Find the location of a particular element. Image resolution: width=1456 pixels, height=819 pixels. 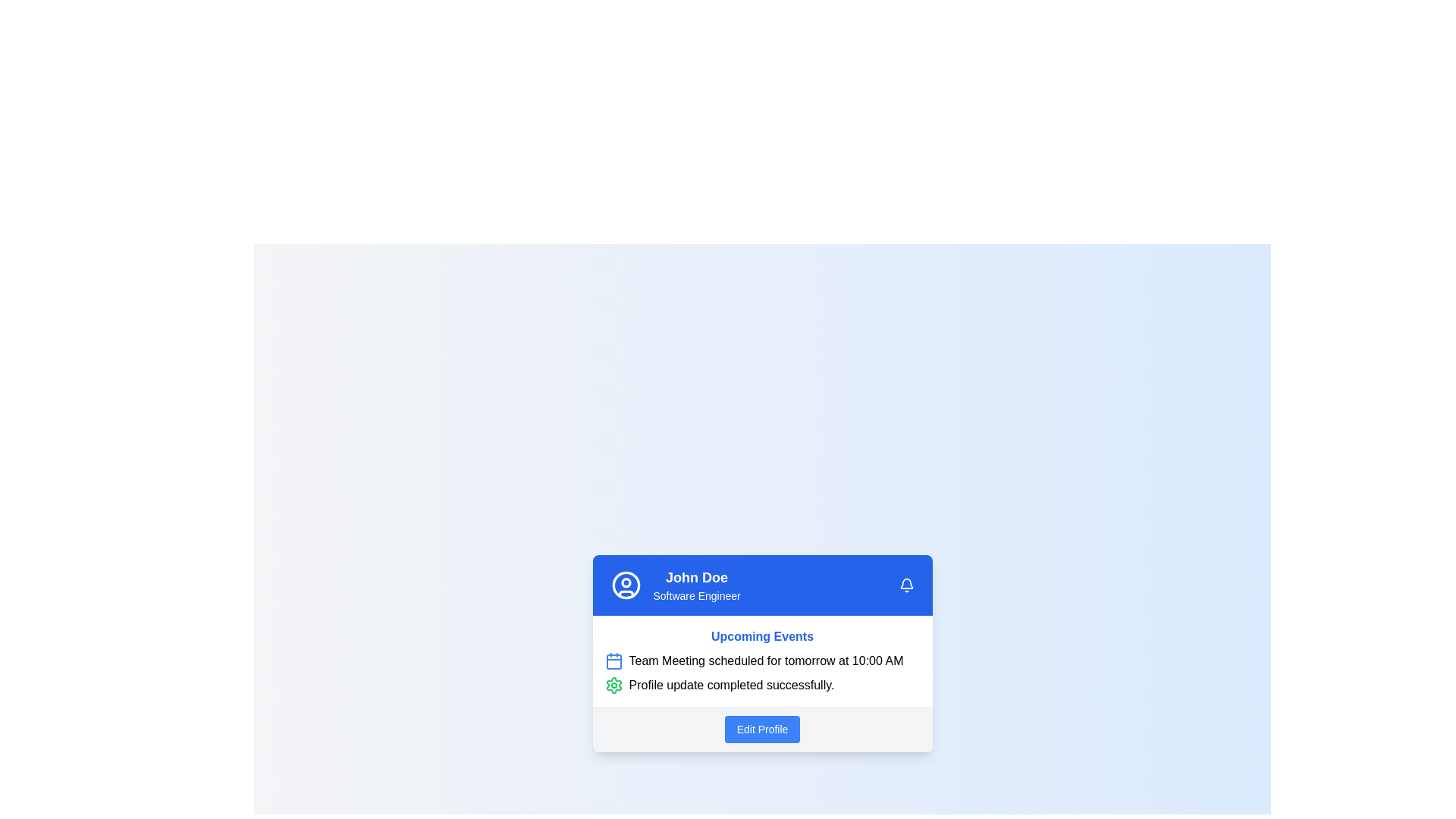

the profile editing button located at the center bottom of the white card section is located at coordinates (762, 728).